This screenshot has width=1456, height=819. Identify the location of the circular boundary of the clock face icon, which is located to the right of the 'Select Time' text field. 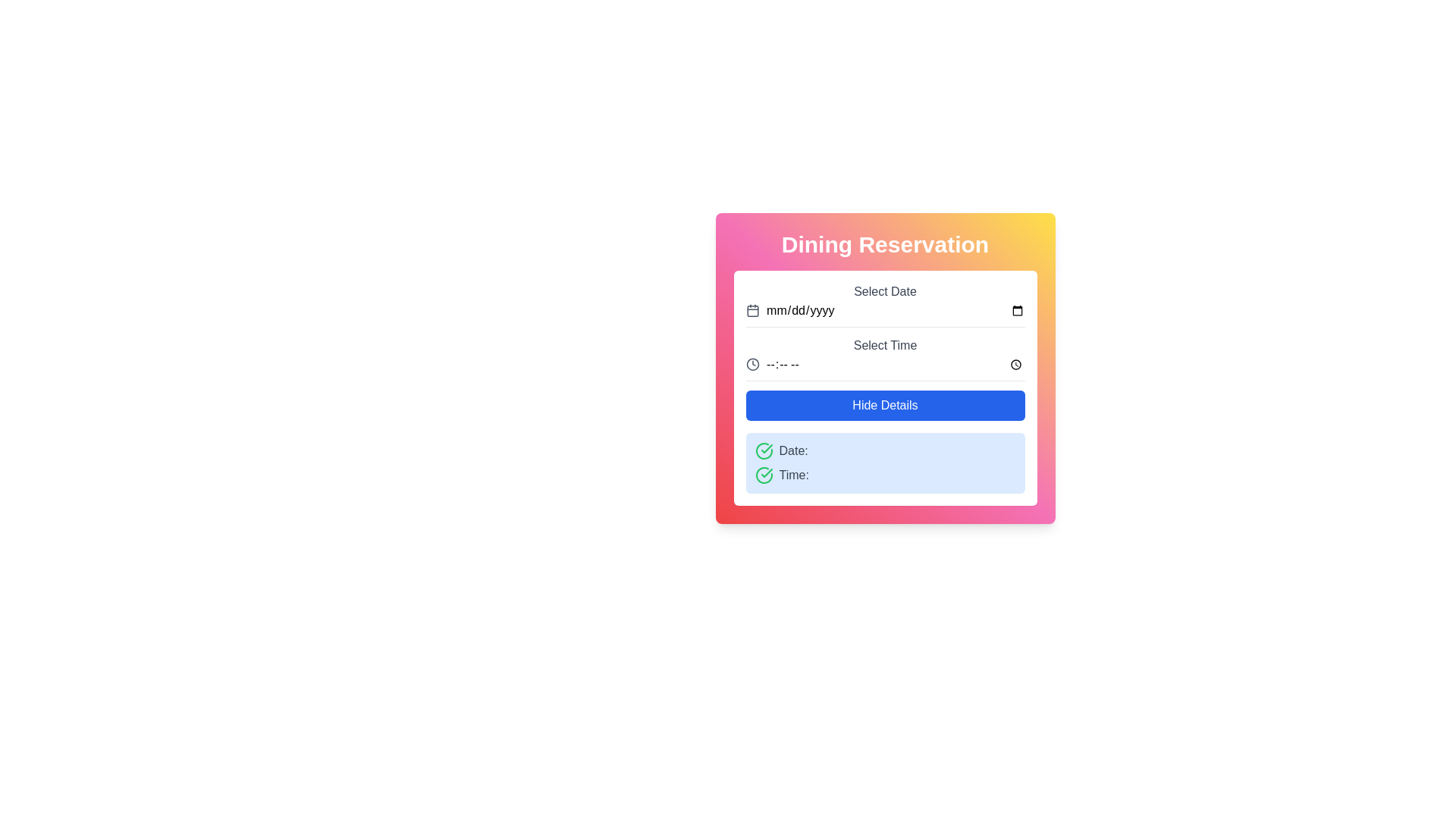
(752, 365).